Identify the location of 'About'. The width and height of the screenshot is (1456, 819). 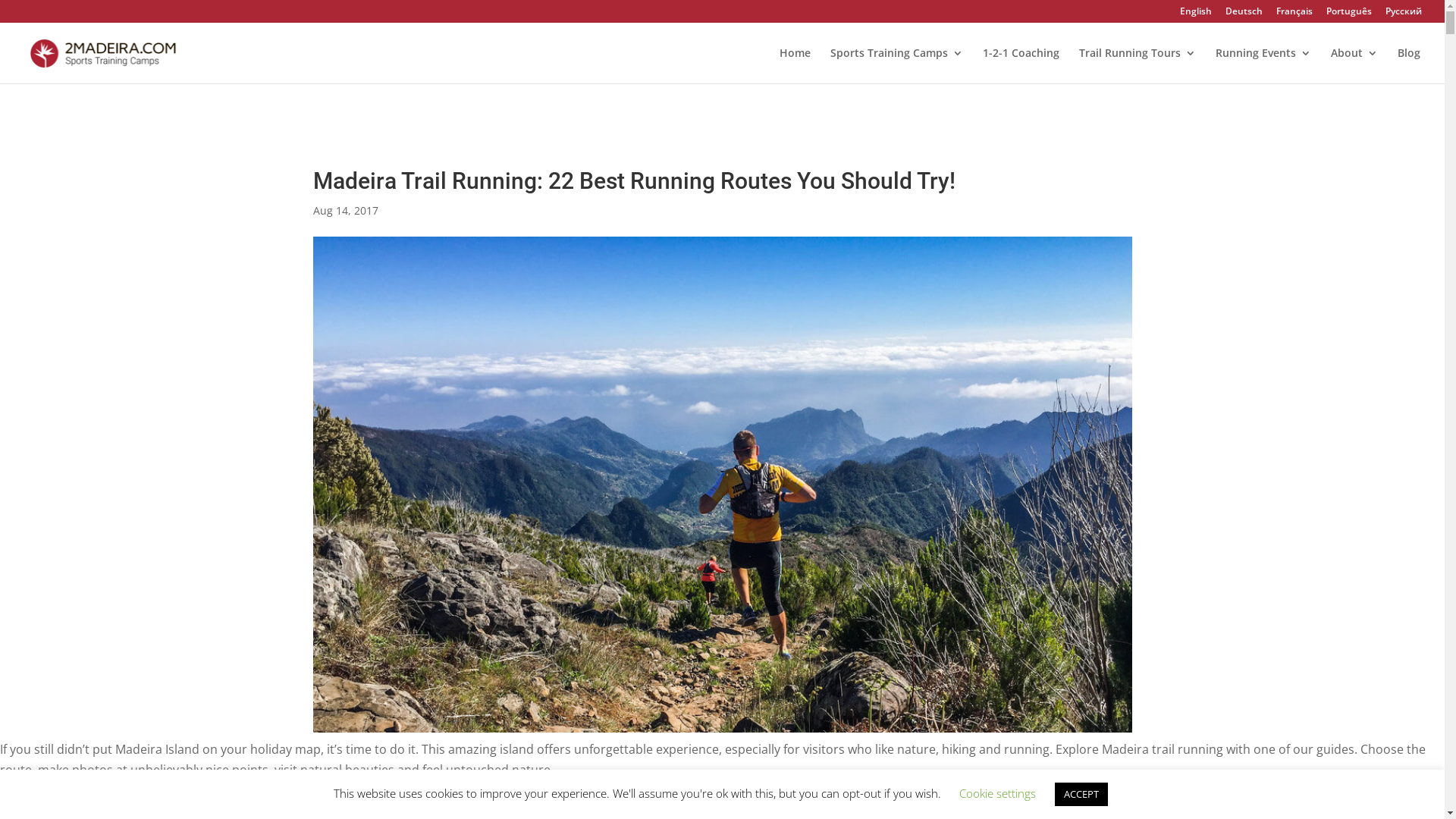
(1354, 64).